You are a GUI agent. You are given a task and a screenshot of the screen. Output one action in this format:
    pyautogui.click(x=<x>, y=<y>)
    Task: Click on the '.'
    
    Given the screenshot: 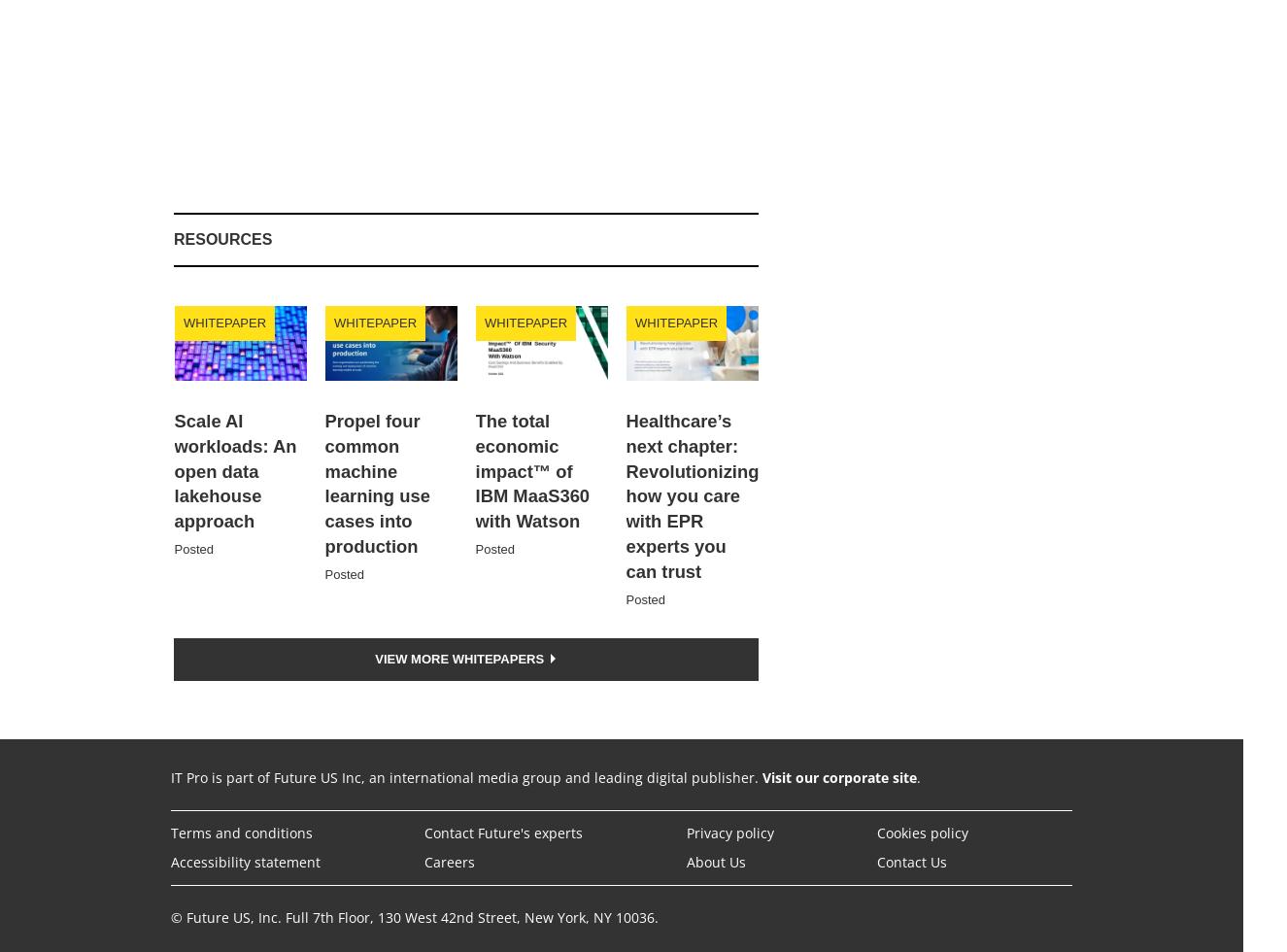 What is the action you would take?
    pyautogui.click(x=918, y=776)
    